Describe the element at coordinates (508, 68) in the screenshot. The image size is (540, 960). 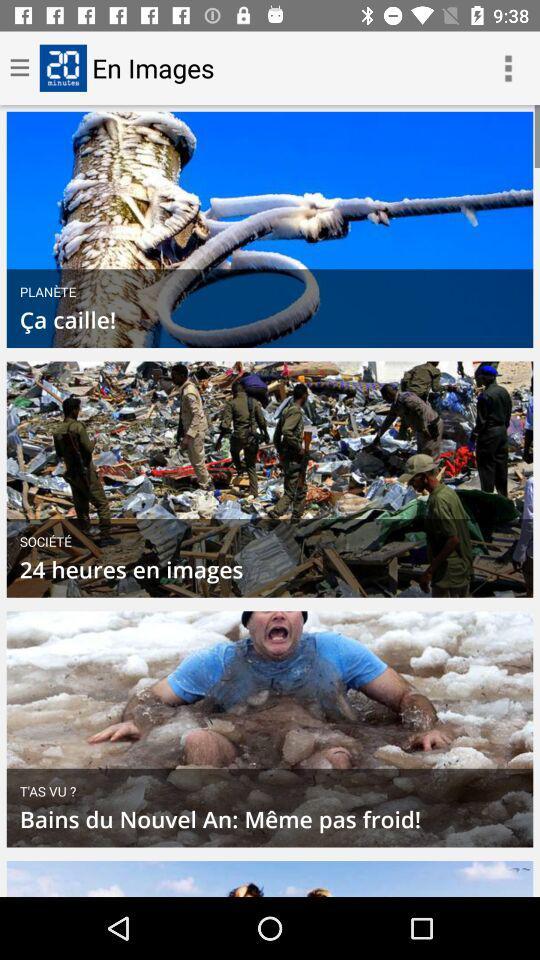
I see `the app to the right of the en images item` at that location.